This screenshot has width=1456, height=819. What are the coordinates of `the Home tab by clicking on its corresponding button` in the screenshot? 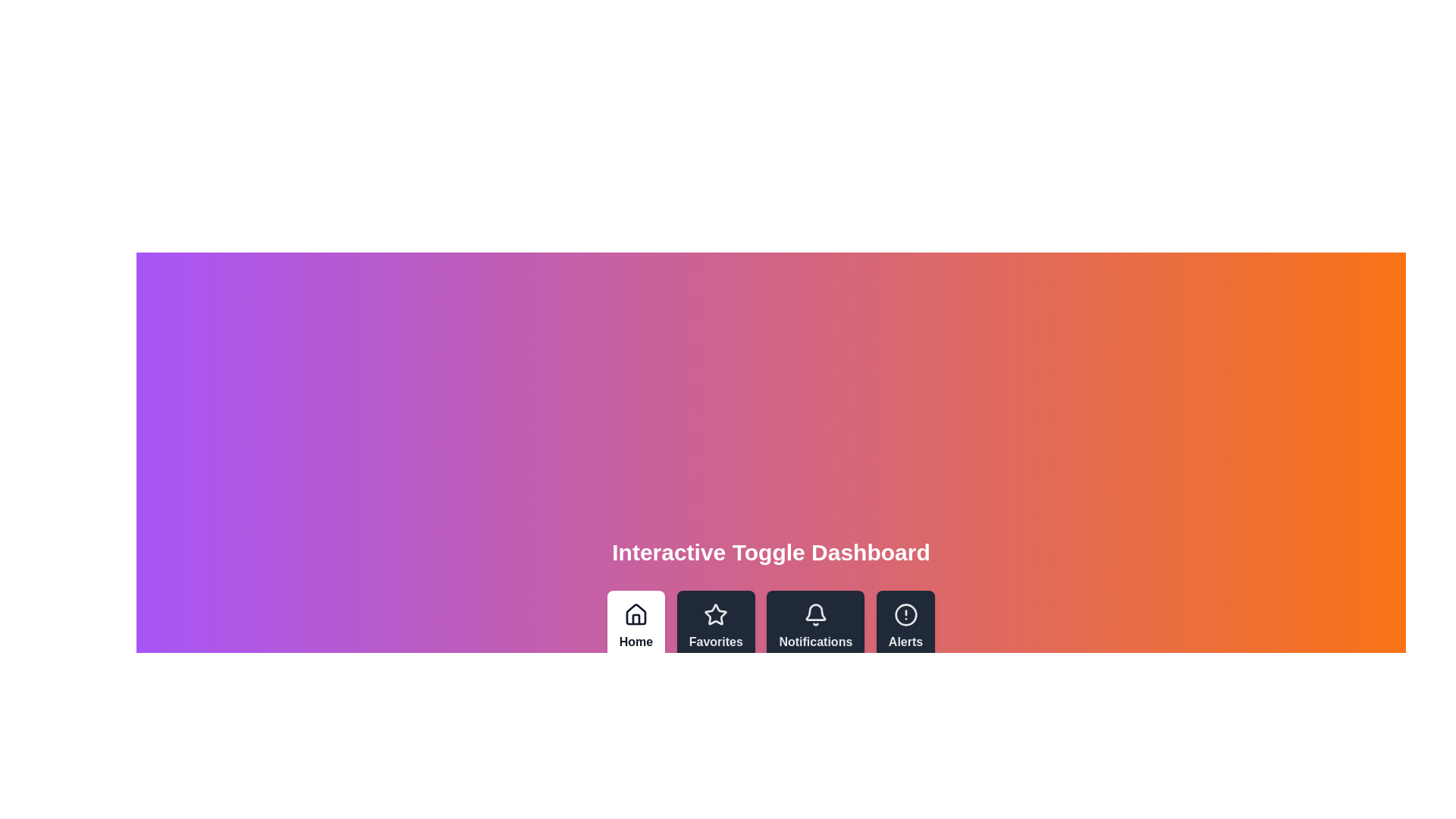 It's located at (636, 626).